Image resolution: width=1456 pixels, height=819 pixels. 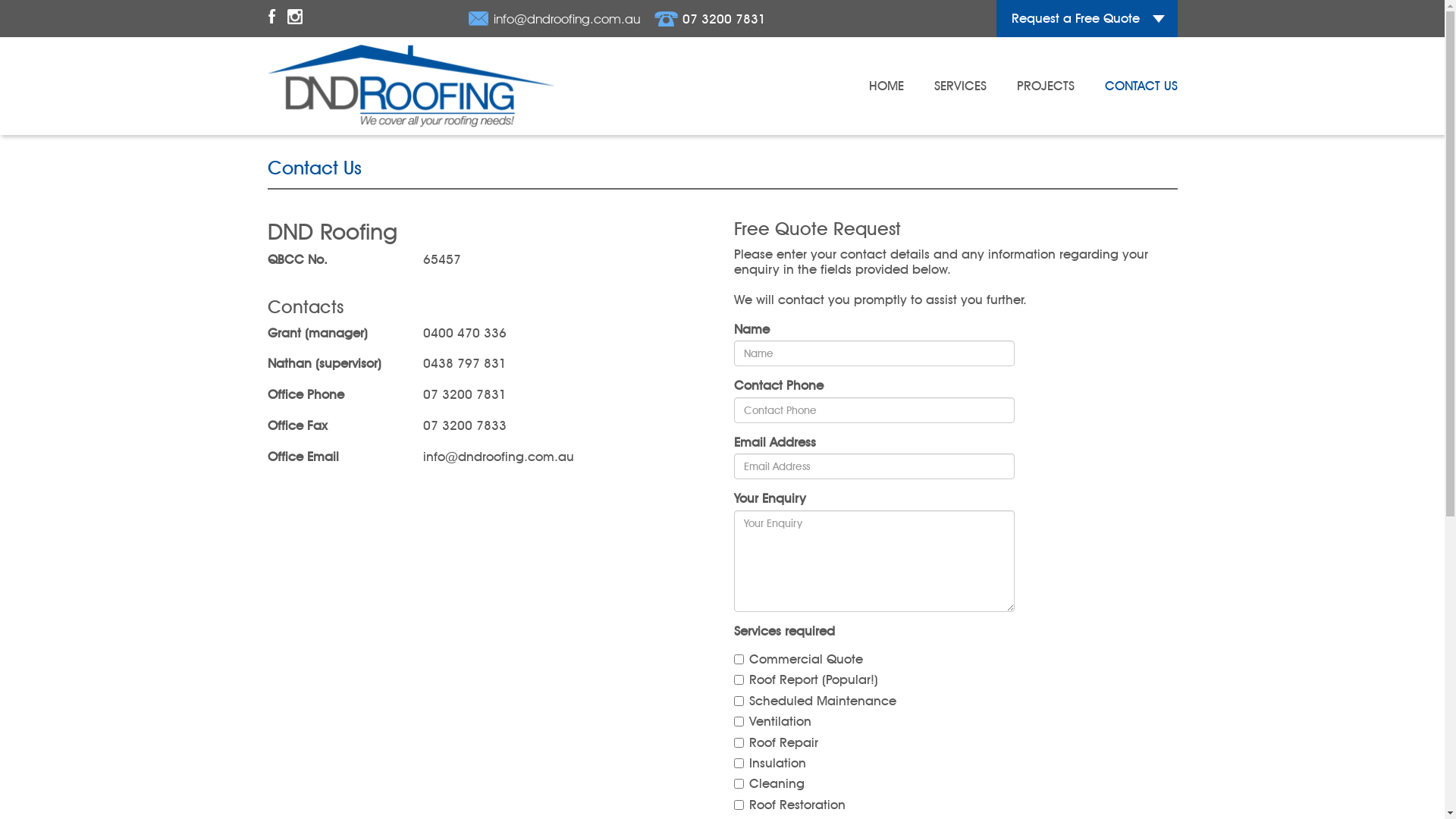 I want to click on 'info@dndroofing.com.au', so click(x=553, y=18).